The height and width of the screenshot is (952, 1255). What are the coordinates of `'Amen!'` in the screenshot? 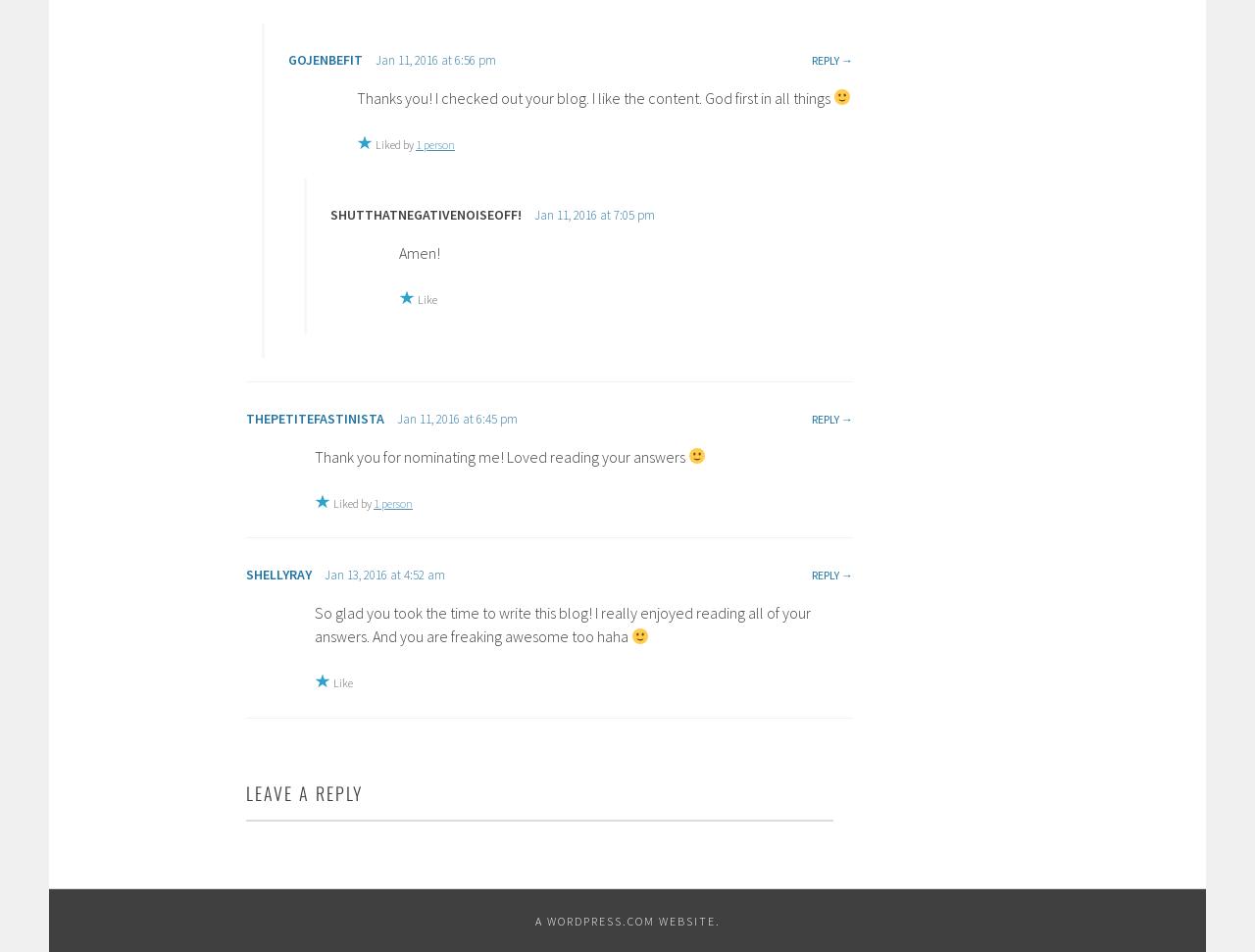 It's located at (419, 252).